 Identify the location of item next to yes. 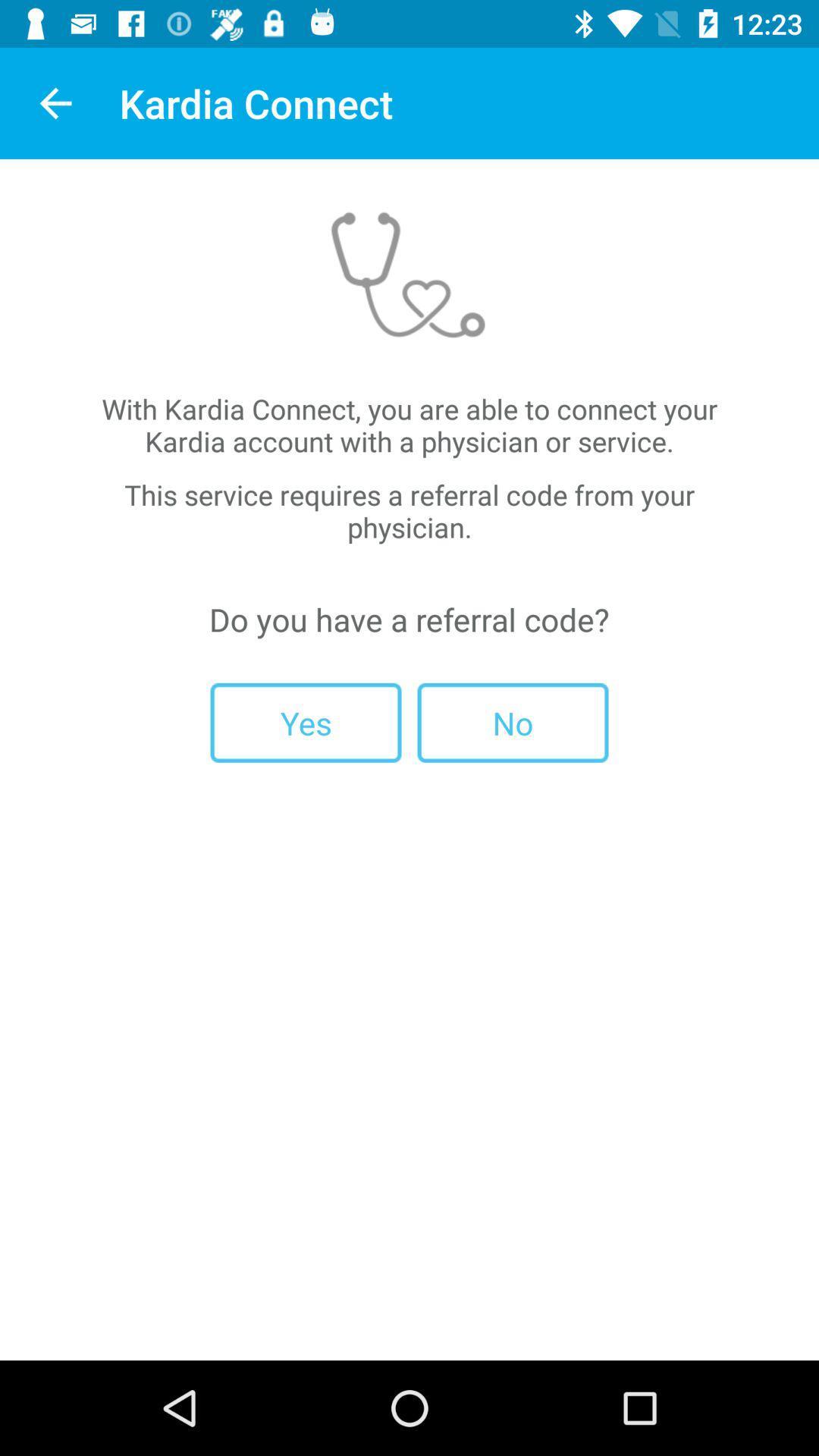
(512, 722).